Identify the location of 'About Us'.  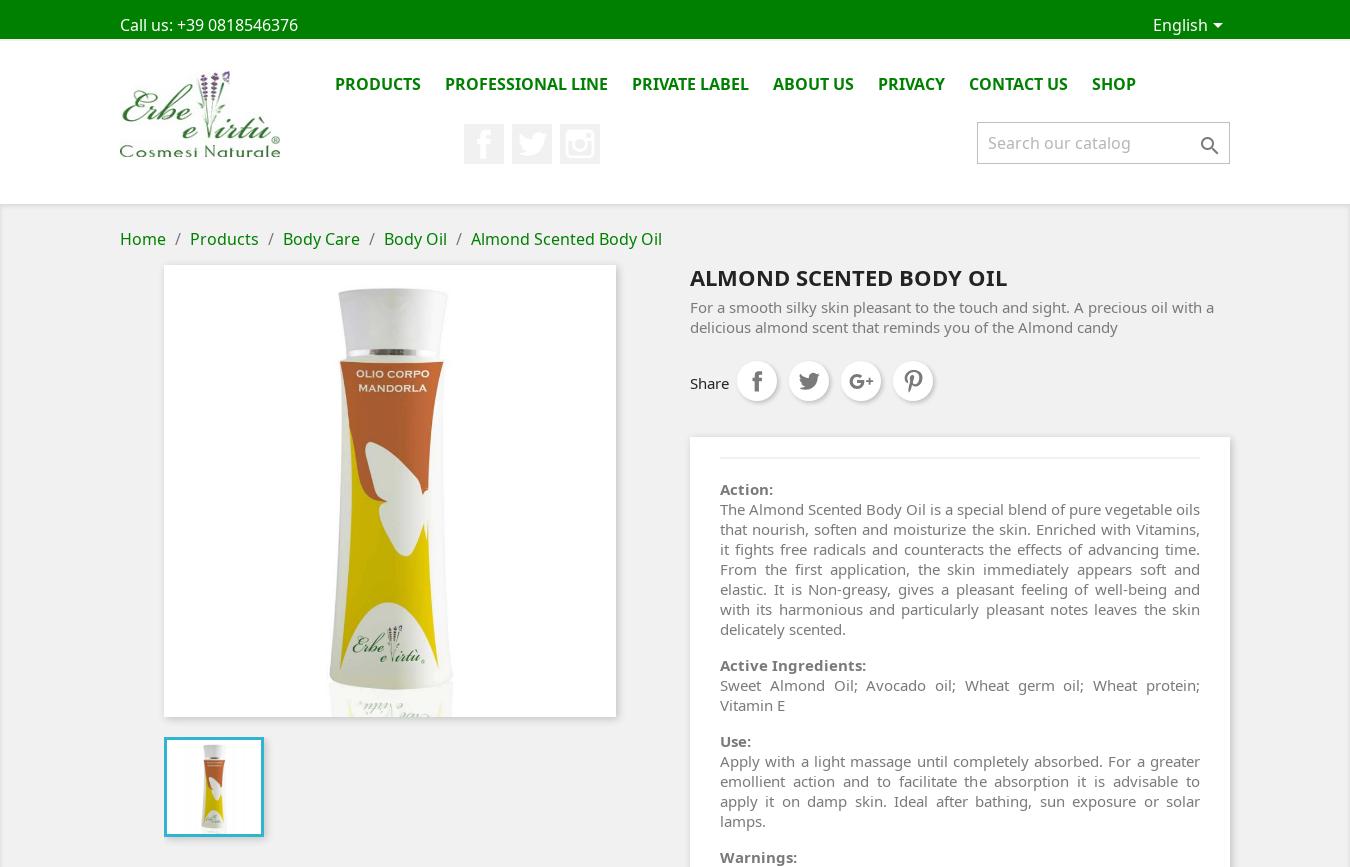
(813, 84).